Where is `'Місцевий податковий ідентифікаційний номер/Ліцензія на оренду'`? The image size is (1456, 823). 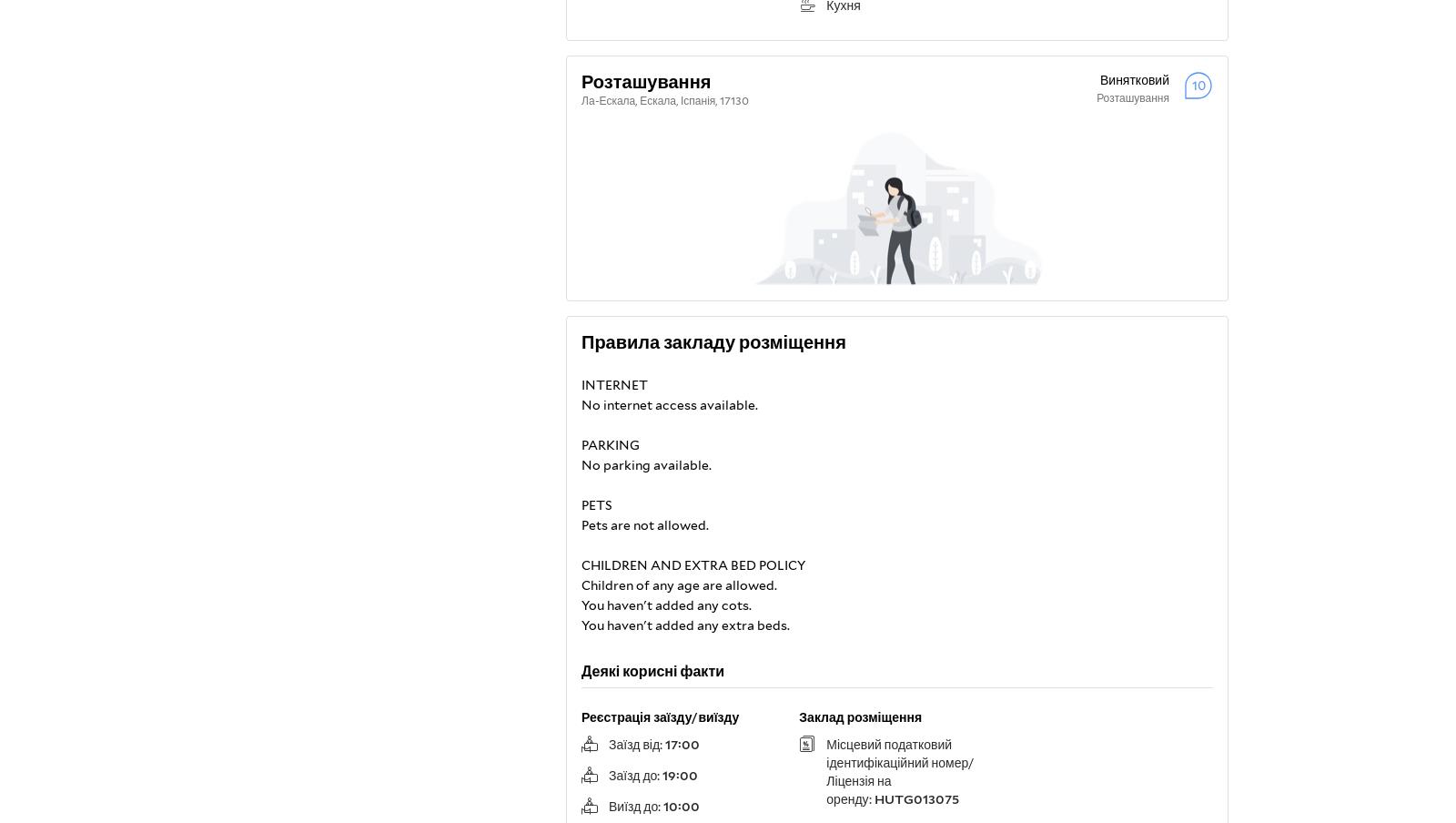 'Місцевий податковий ідентифікаційний номер/Ліцензія на оренду' is located at coordinates (898, 772).